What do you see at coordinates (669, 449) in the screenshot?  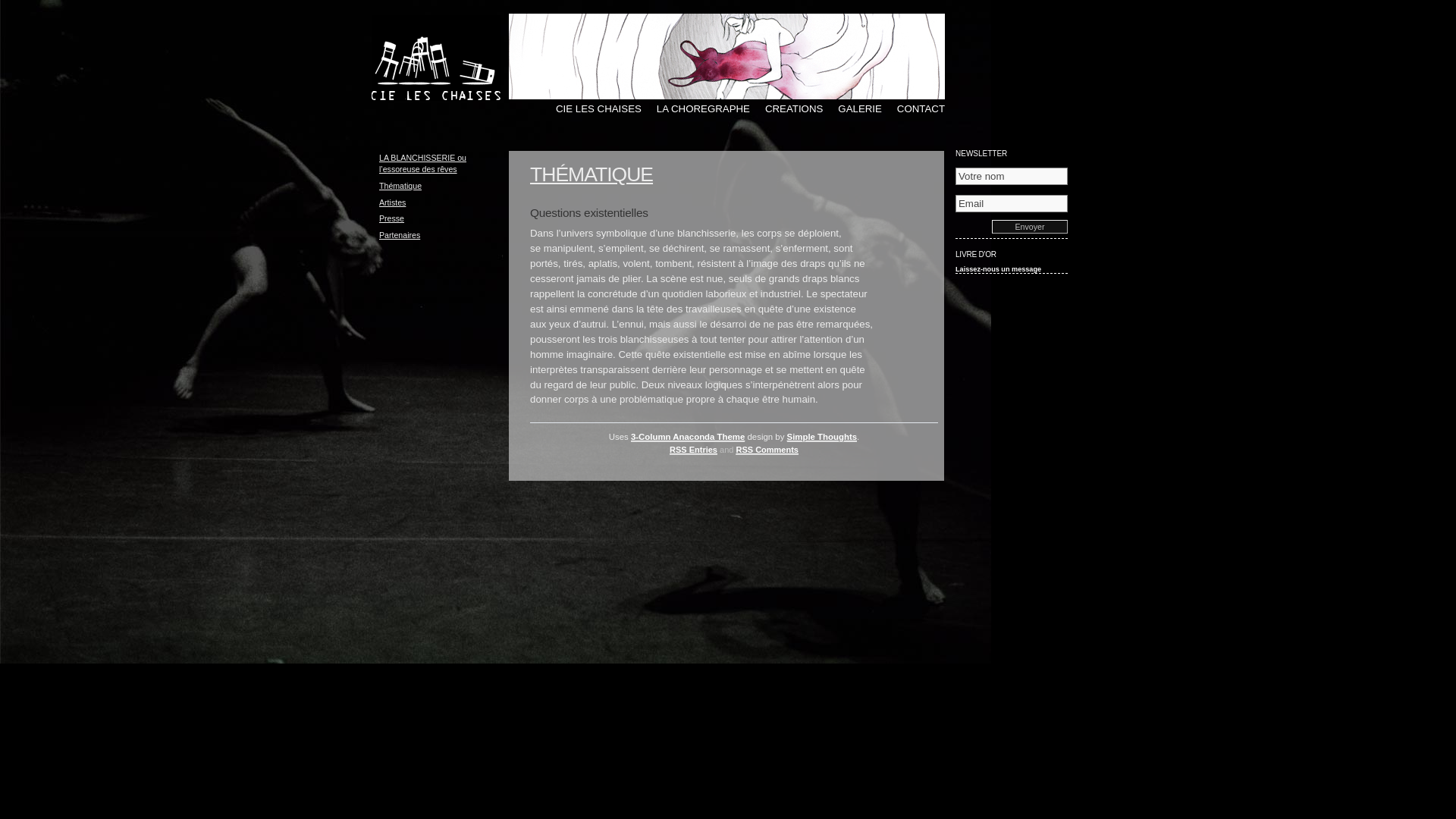 I see `'RSS Entries'` at bounding box center [669, 449].